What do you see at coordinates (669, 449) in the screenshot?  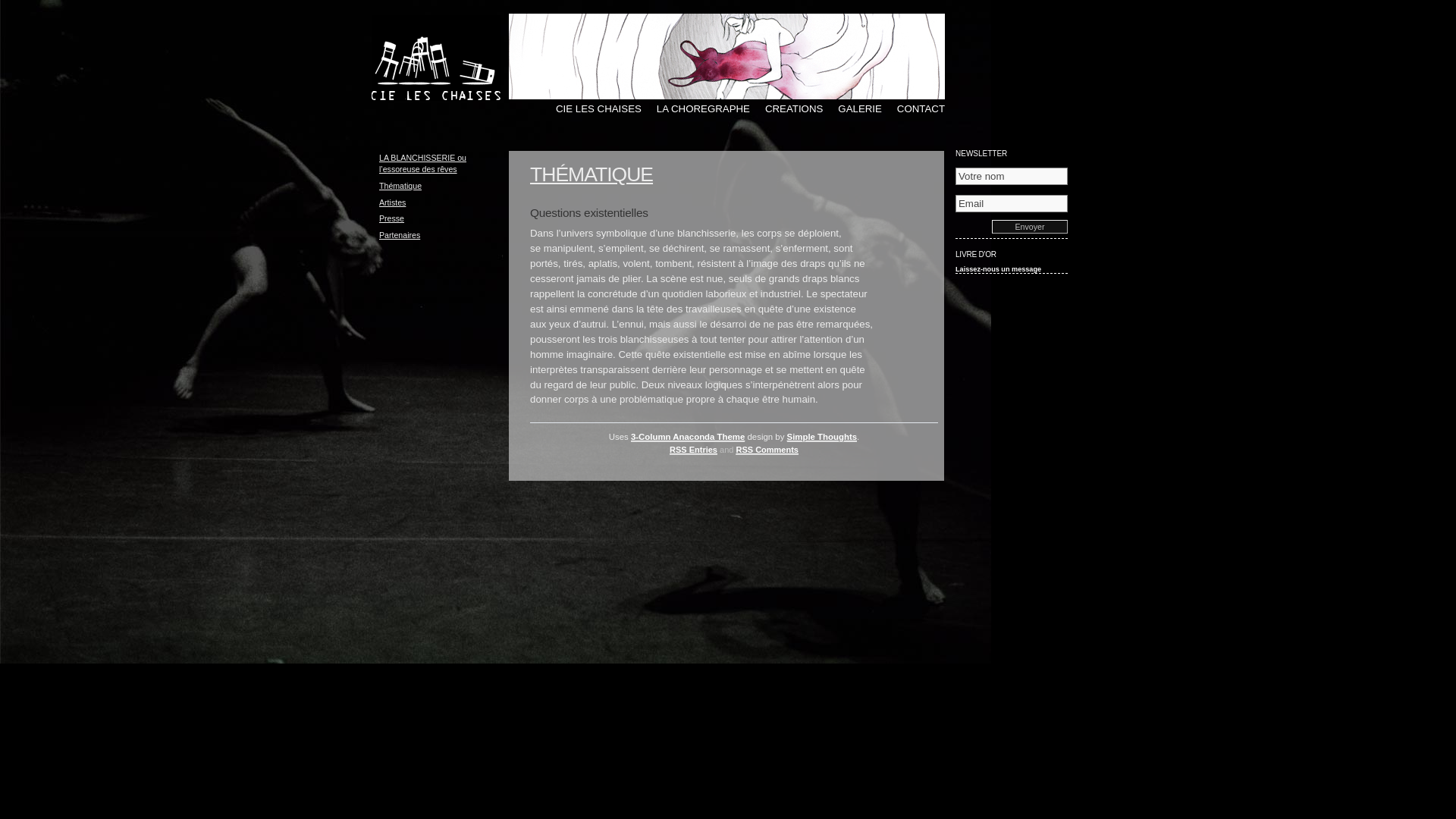 I see `'RSS Entries'` at bounding box center [669, 449].